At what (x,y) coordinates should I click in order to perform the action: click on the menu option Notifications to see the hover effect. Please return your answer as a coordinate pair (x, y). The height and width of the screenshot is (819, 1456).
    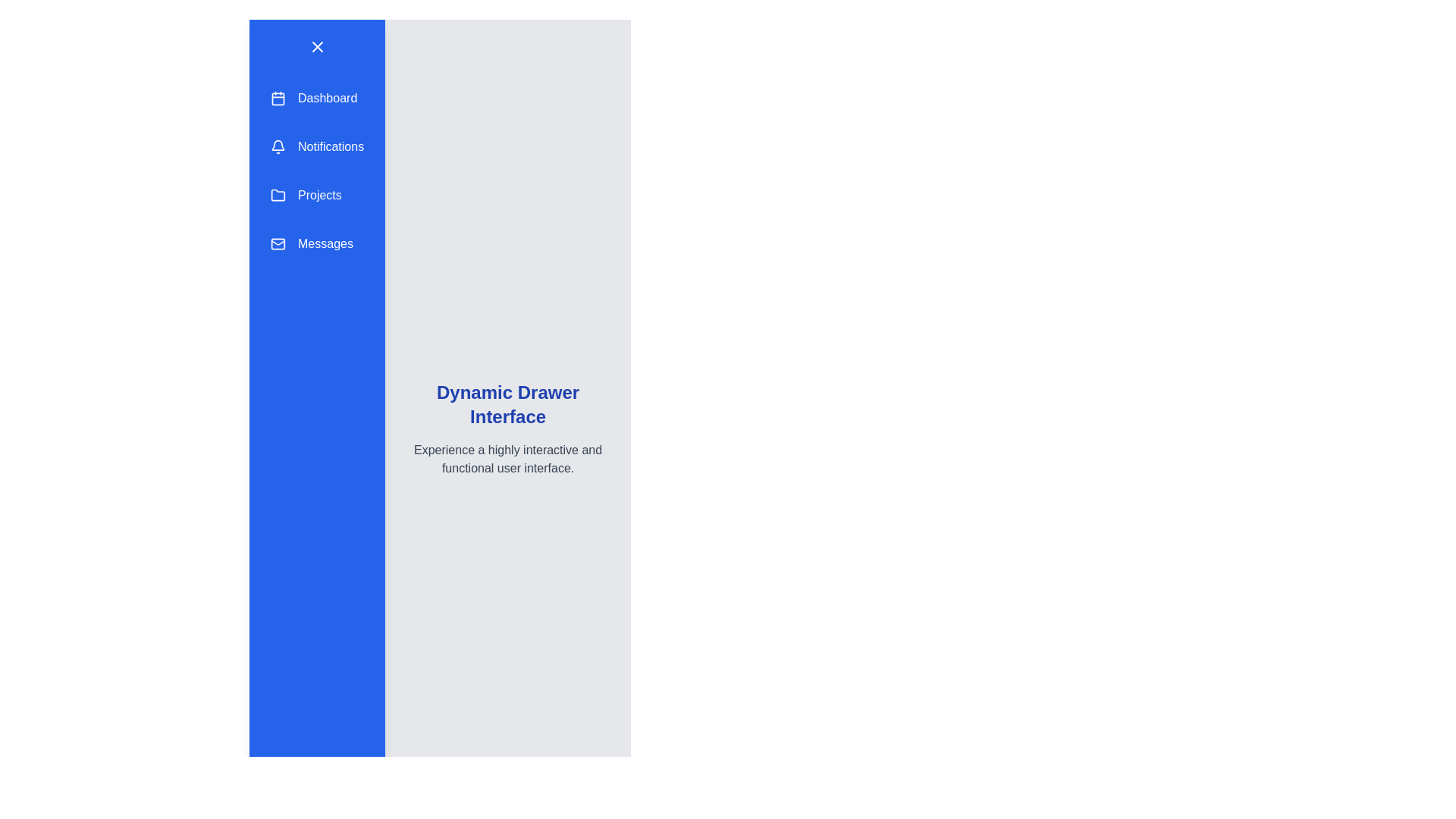
    Looking at the image, I should click on (316, 146).